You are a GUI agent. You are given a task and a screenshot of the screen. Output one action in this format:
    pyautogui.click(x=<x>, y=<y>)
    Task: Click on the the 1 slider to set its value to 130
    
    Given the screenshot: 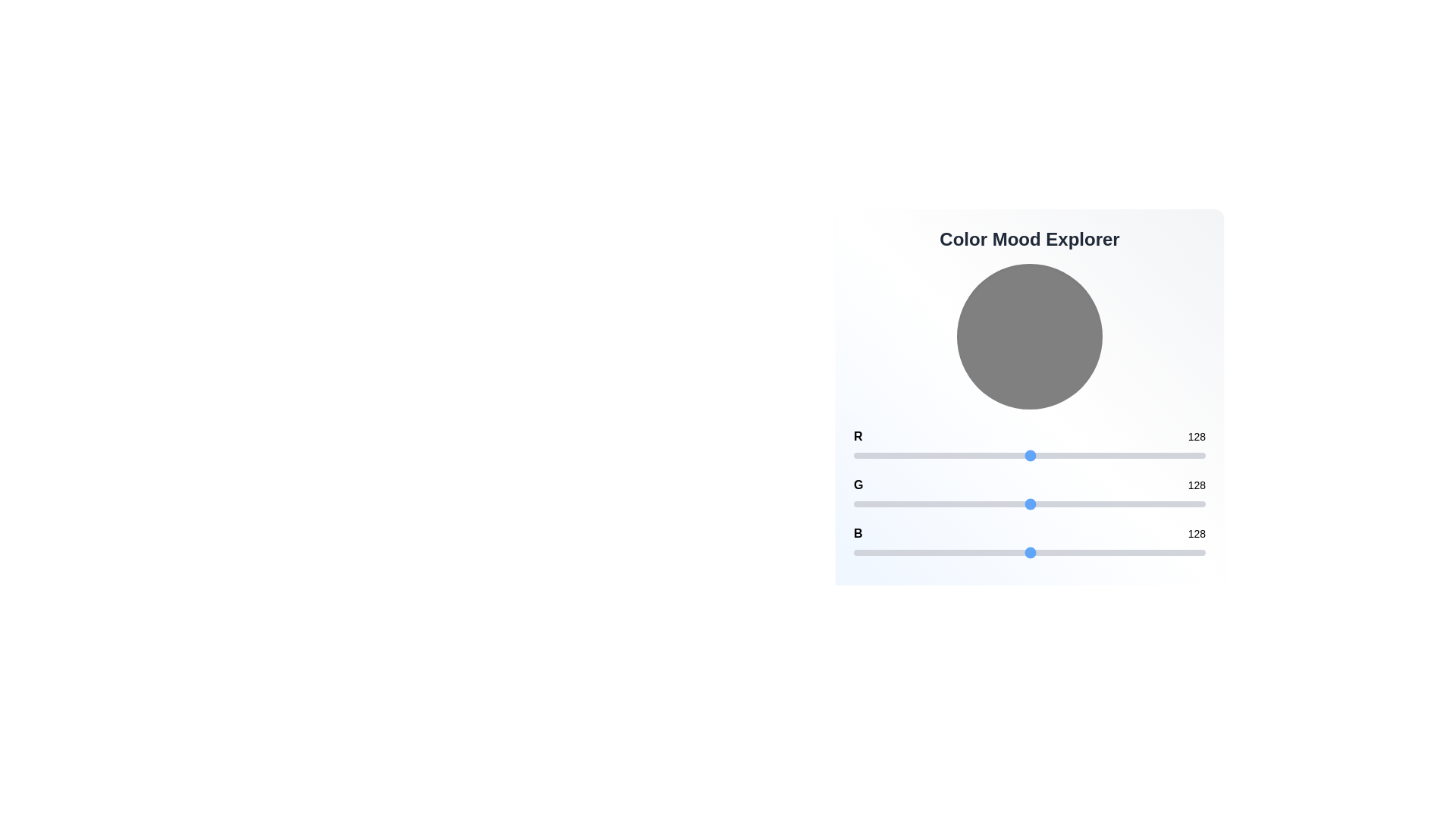 What is the action you would take?
    pyautogui.click(x=1032, y=504)
    